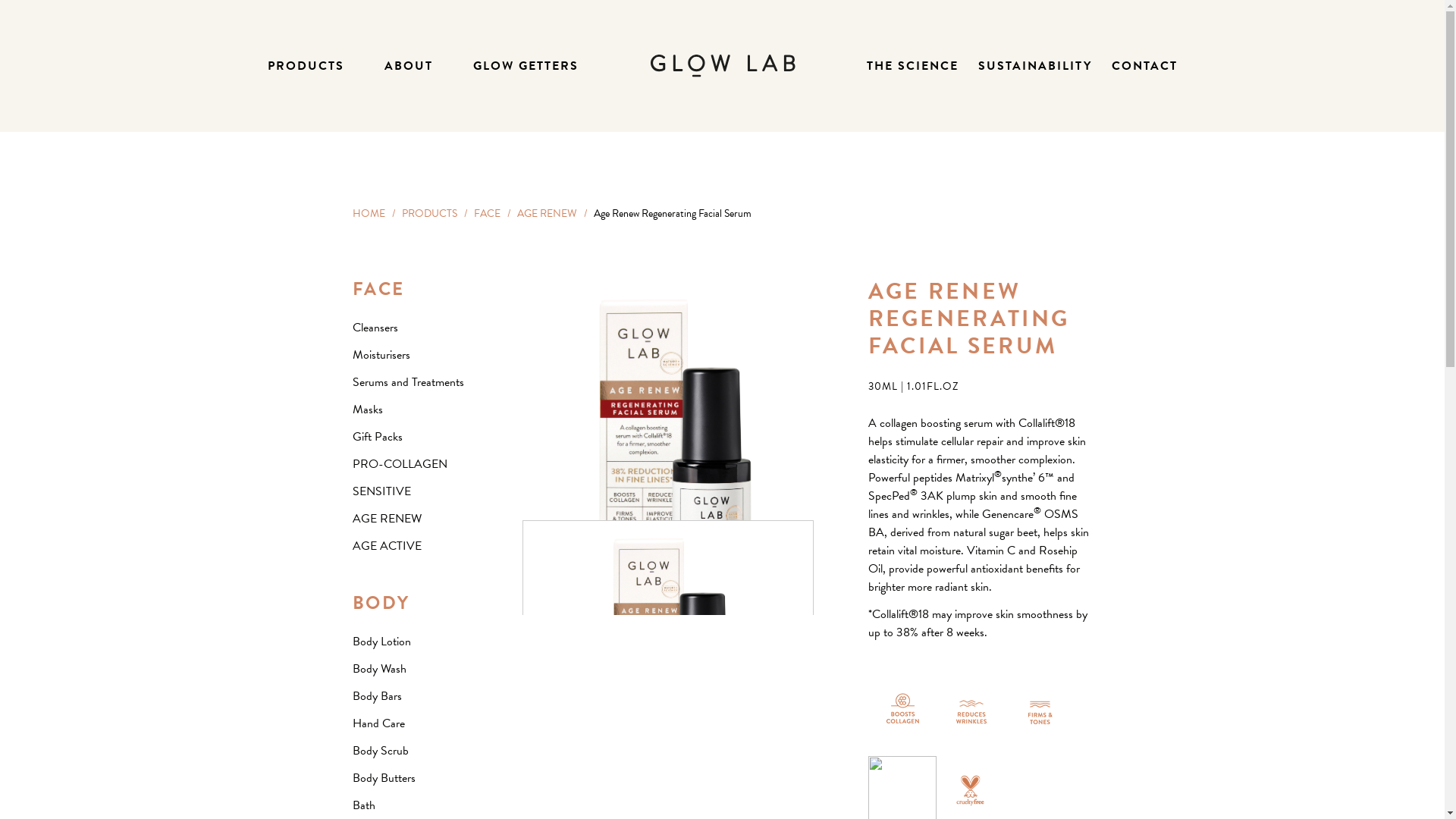 Image resolution: width=1456 pixels, height=819 pixels. What do you see at coordinates (375, 327) in the screenshot?
I see `'Cleansers'` at bounding box center [375, 327].